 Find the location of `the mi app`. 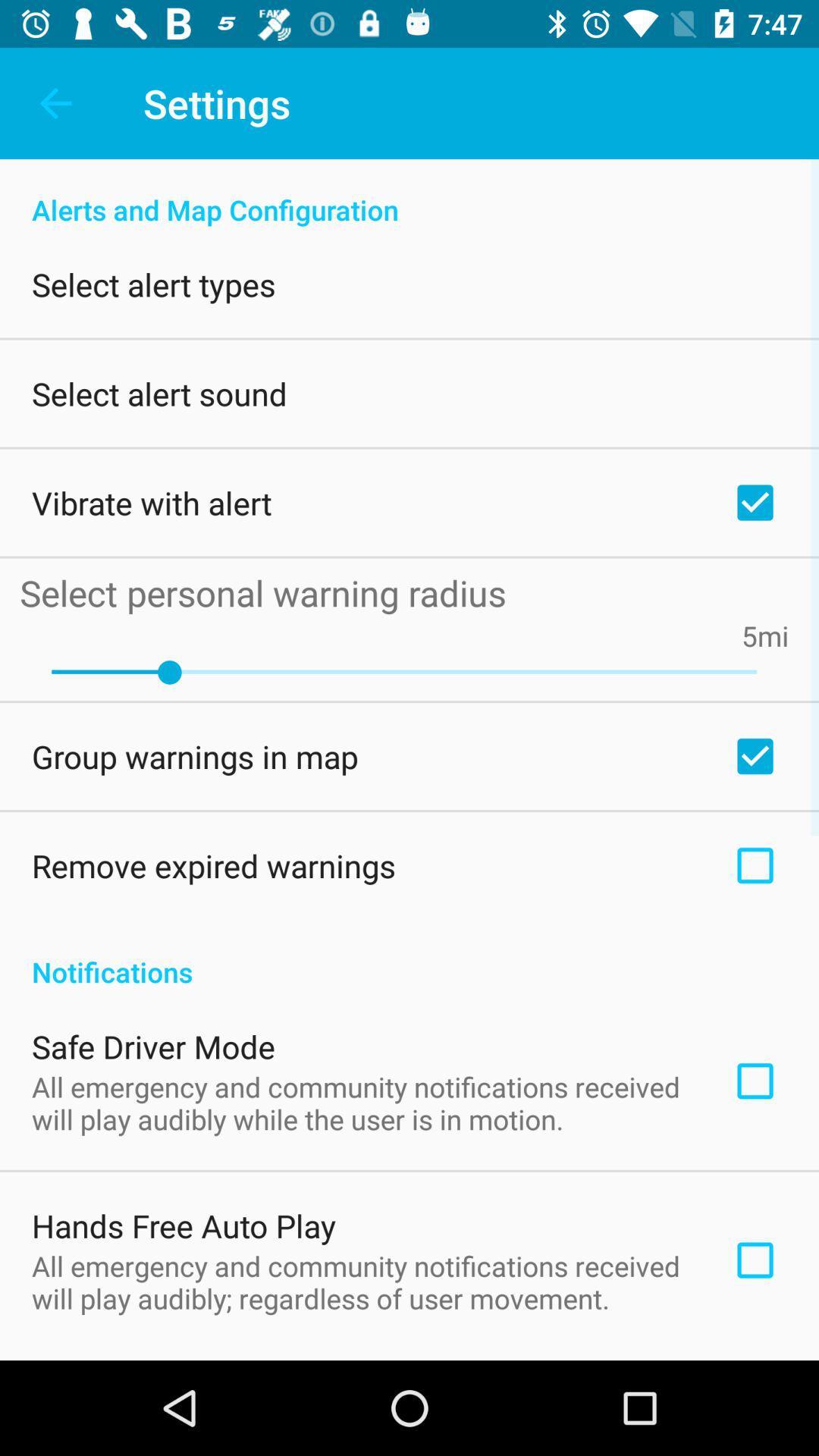

the mi app is located at coordinates (773, 635).